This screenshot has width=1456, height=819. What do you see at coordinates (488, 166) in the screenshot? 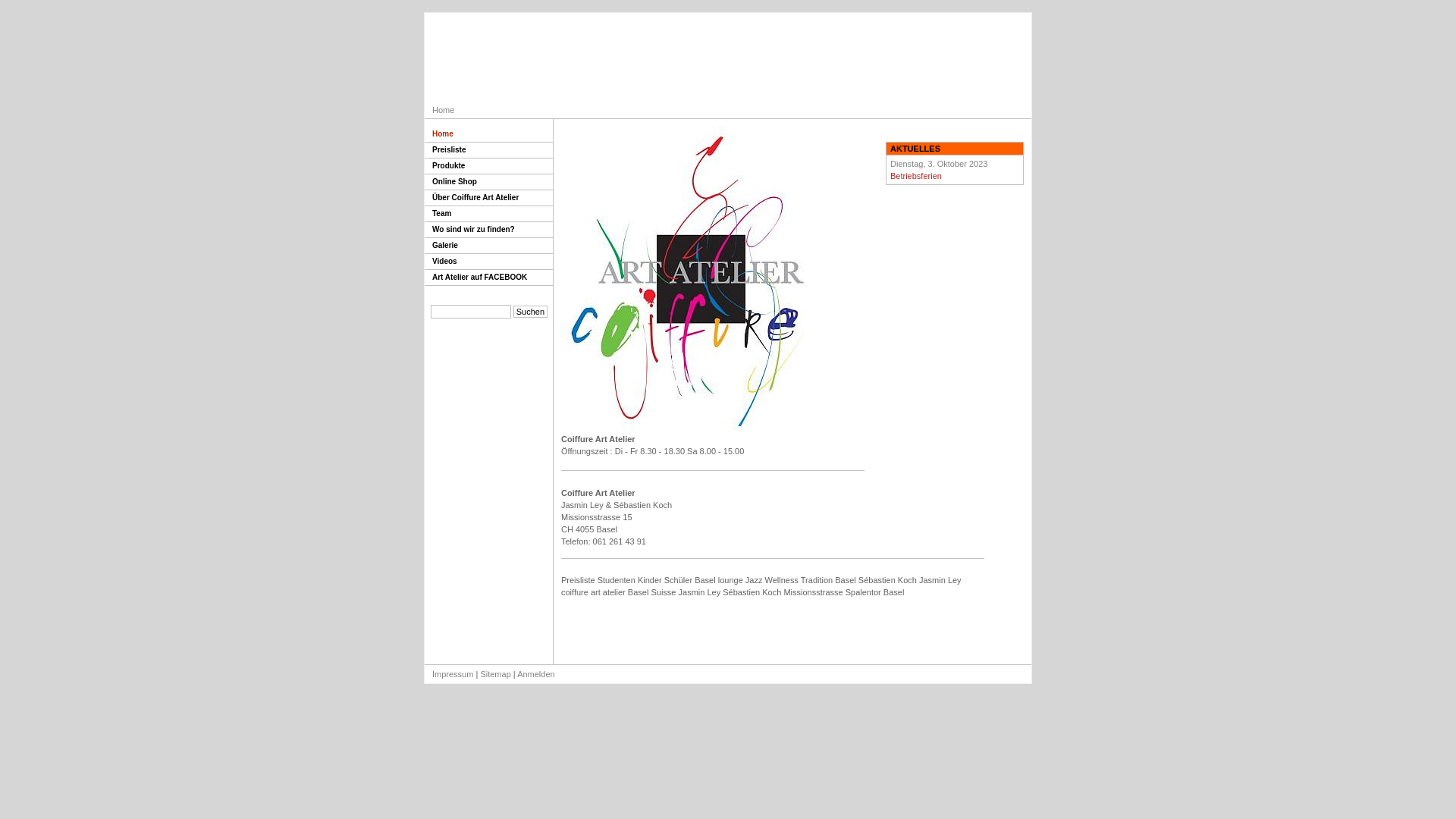
I see `'Produkte'` at bounding box center [488, 166].